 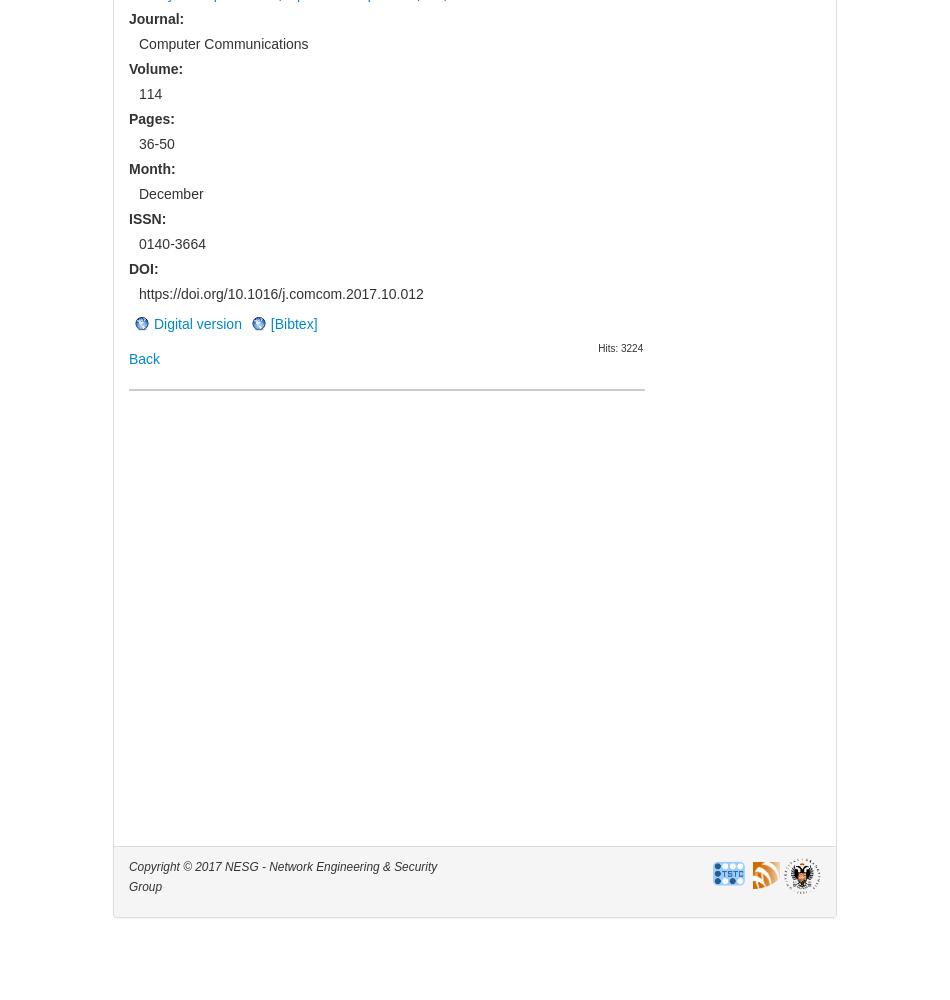 I want to click on 'DOI:', so click(x=143, y=268).